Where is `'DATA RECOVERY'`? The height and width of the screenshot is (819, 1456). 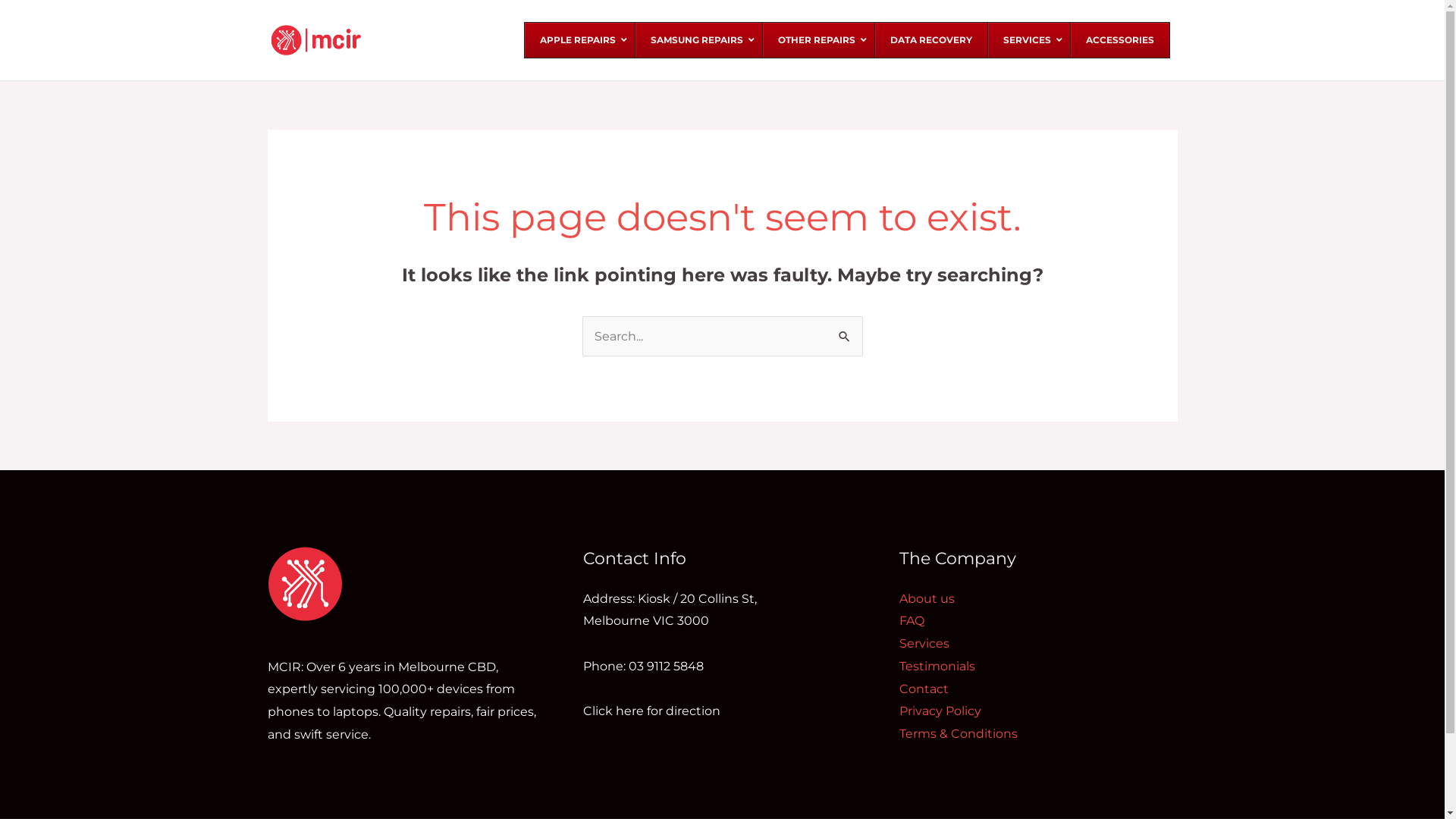
'DATA RECOVERY' is located at coordinates (874, 39).